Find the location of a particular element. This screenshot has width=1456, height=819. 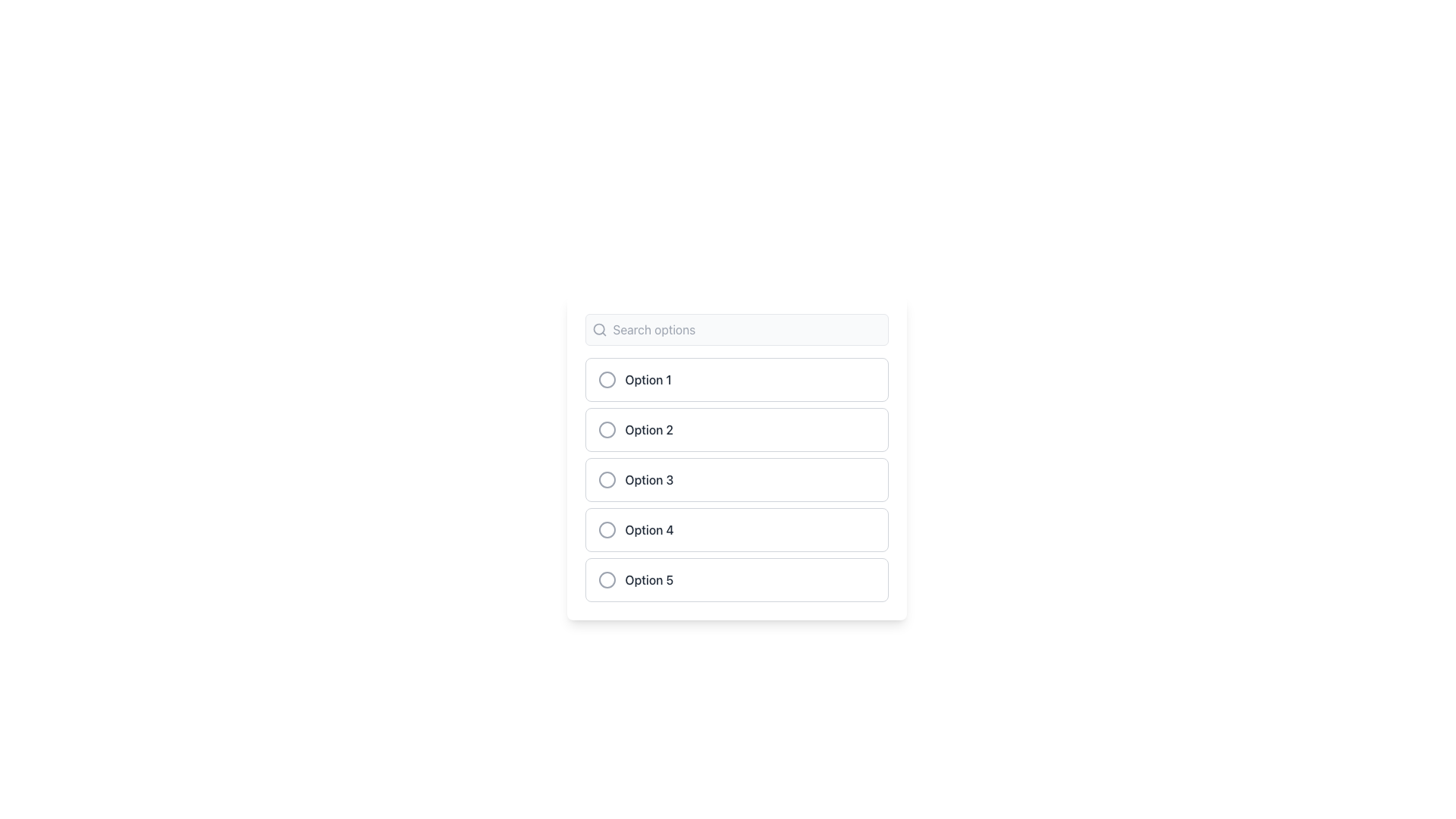

the unselected radio button is located at coordinates (607, 579).